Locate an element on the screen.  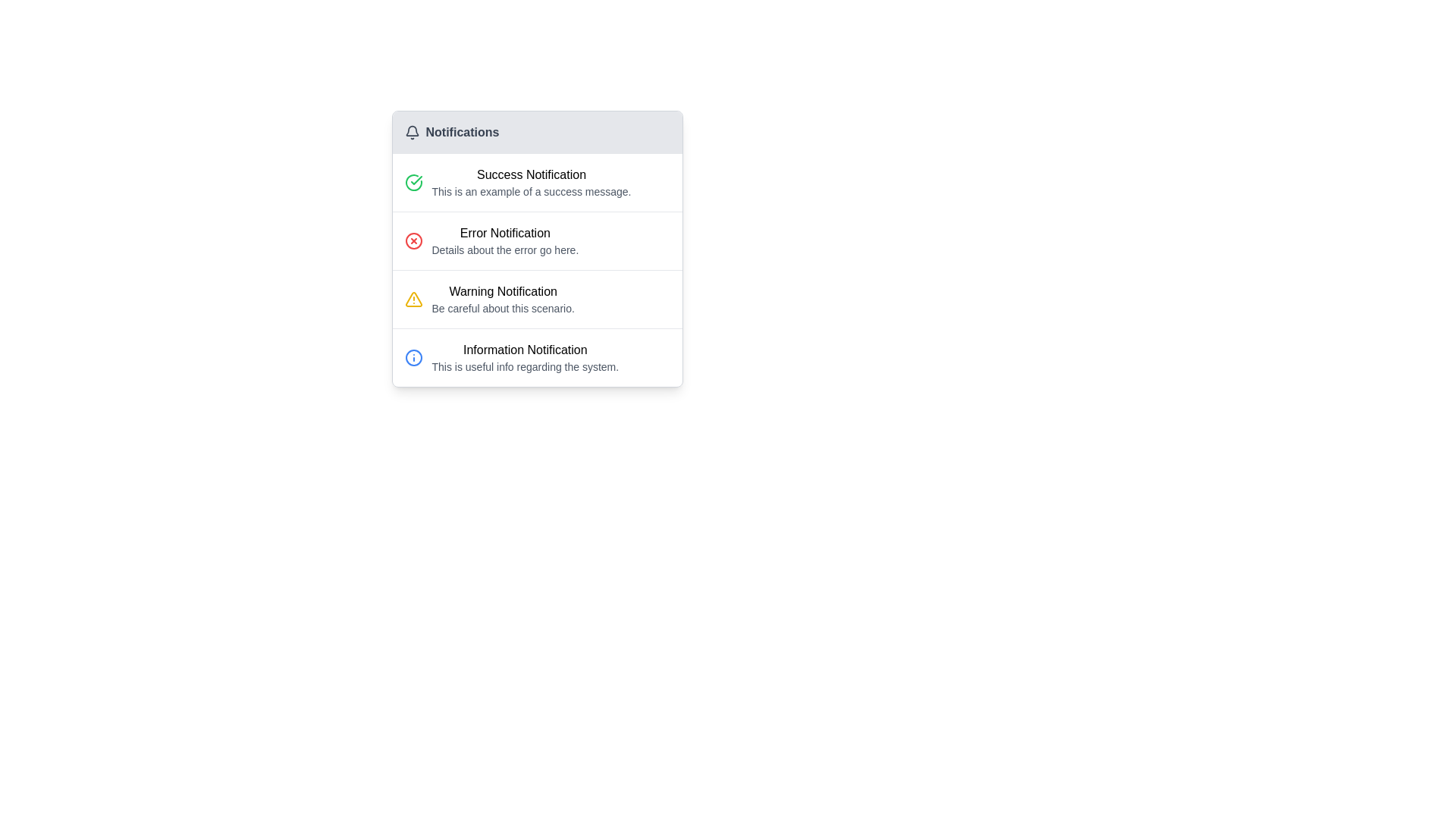
the warning notification icon that serves as a visual indicator for caution, positioned to the left of the text in the 'Warning Notification' is located at coordinates (413, 299).